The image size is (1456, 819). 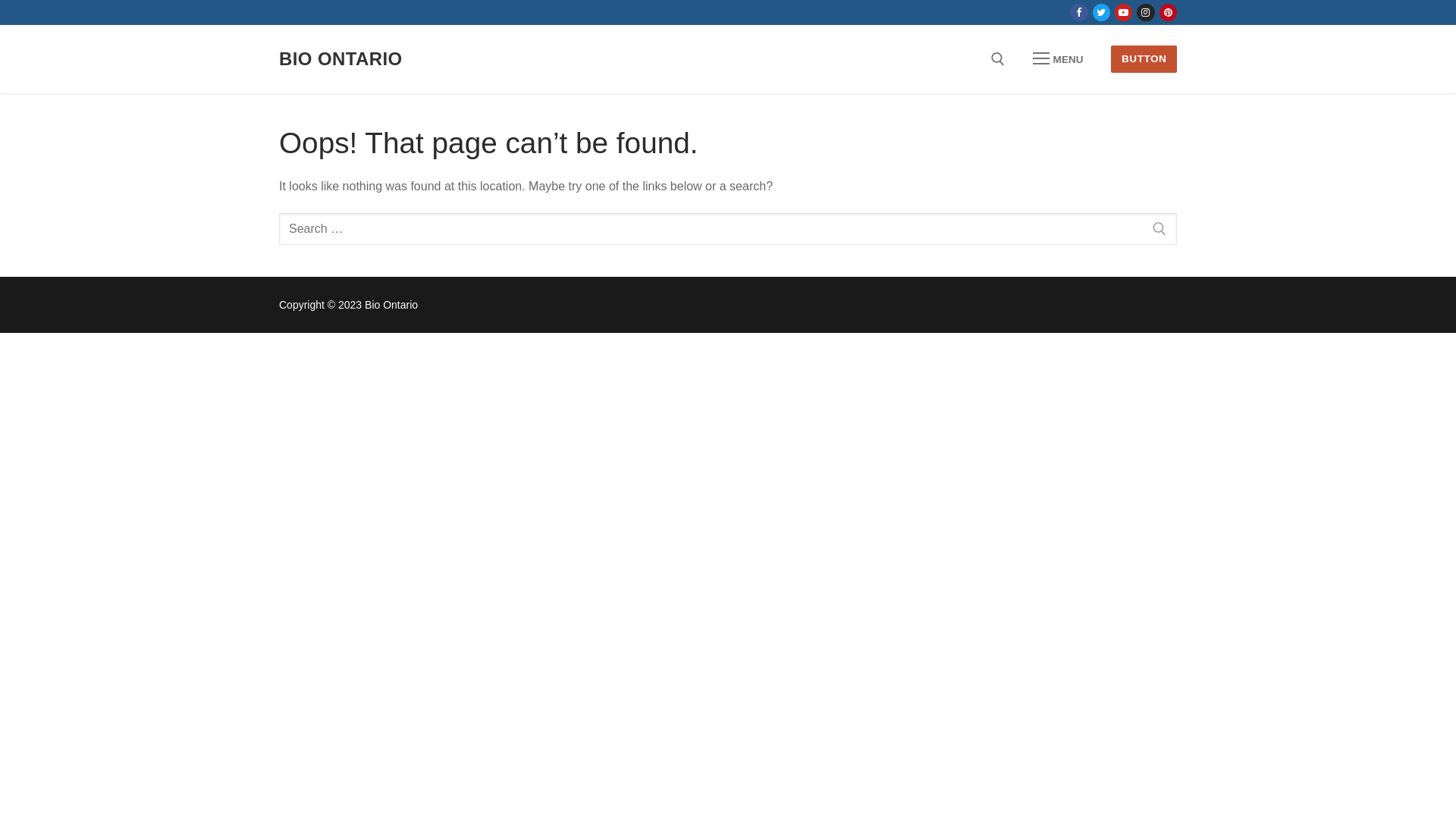 What do you see at coordinates (728, 228) in the screenshot?
I see `'Search for:'` at bounding box center [728, 228].